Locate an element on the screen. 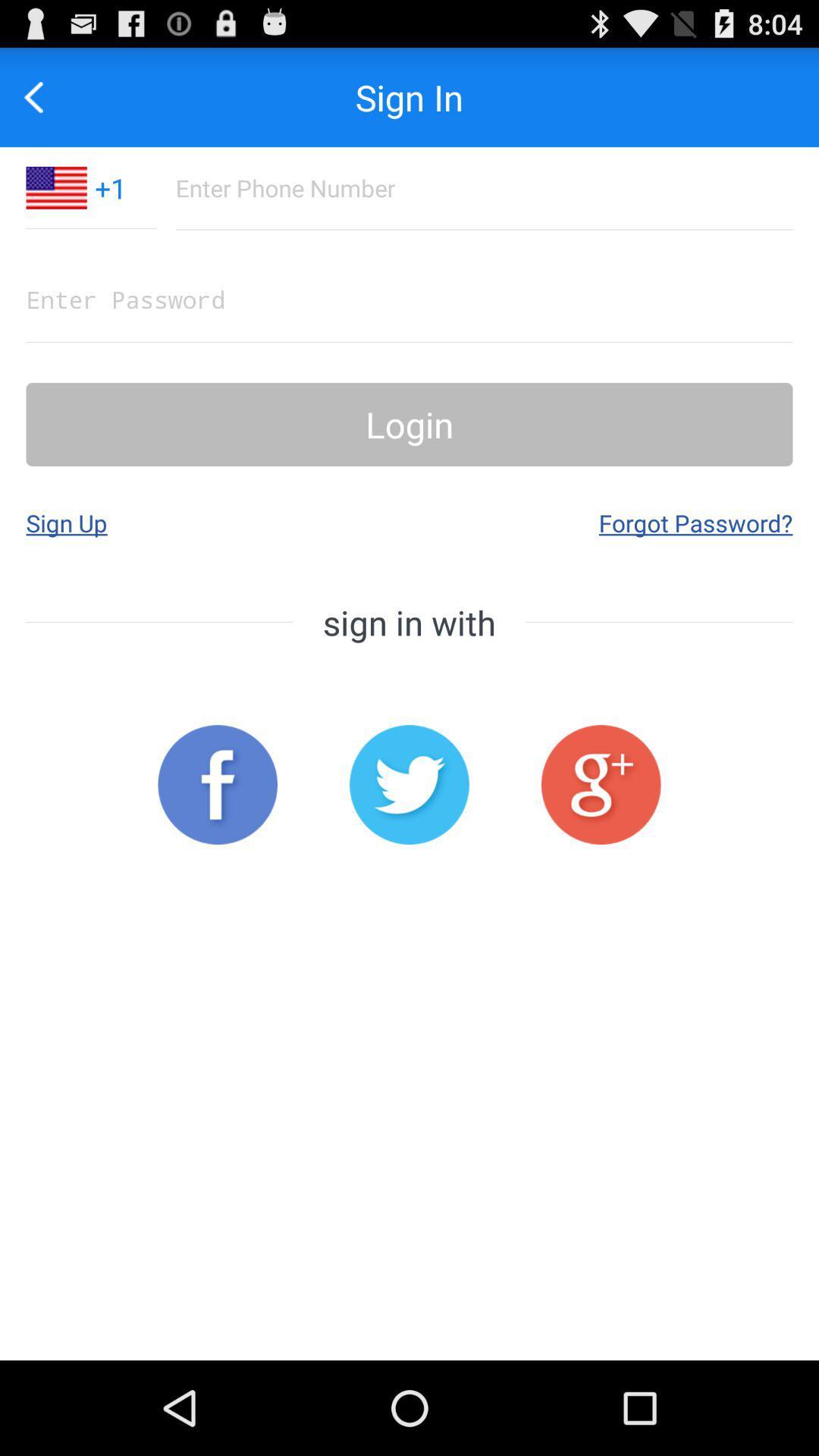 This screenshot has width=819, height=1456. the sign up item is located at coordinates (66, 522).